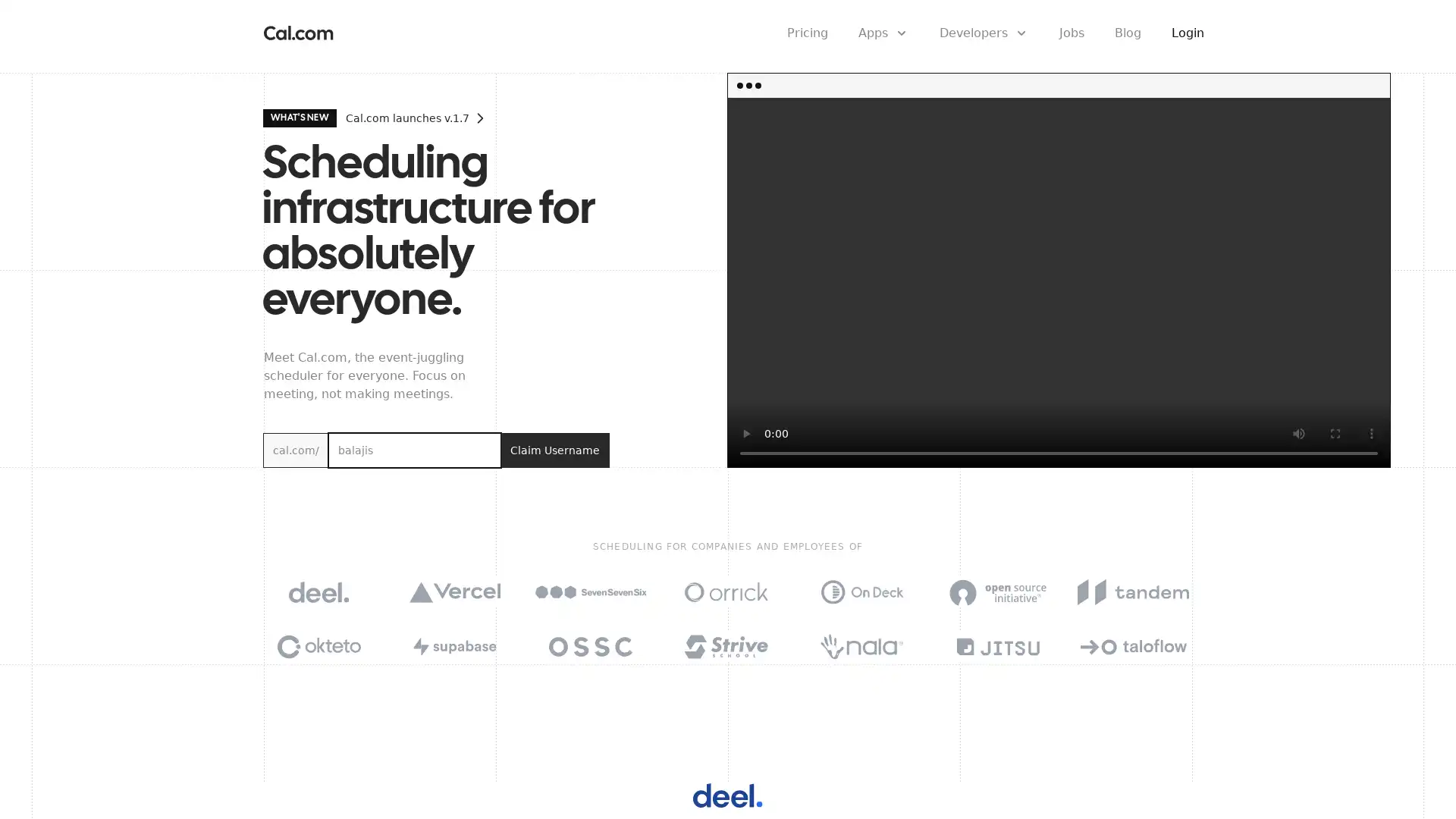 This screenshot has width=1456, height=819. Describe the element at coordinates (984, 33) in the screenshot. I see `Developers` at that location.